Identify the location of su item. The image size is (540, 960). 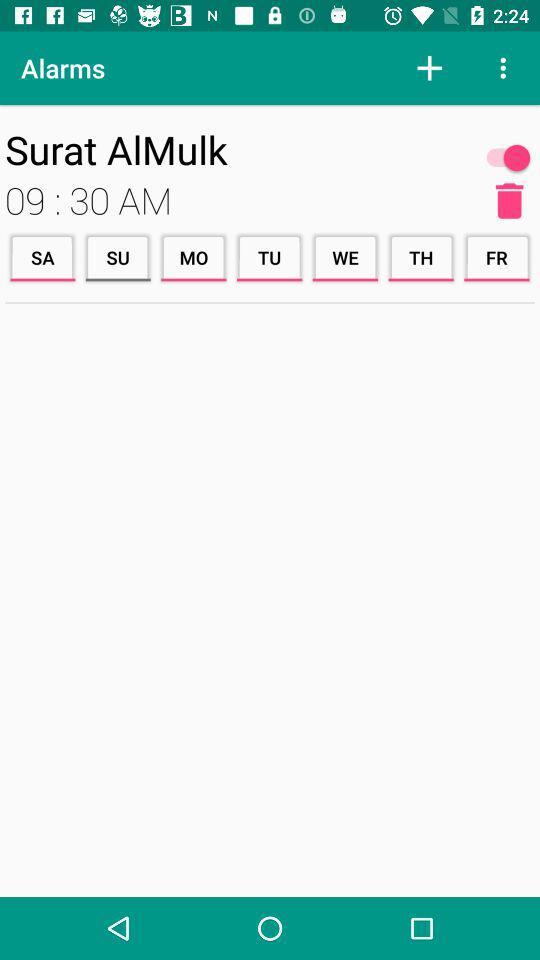
(118, 256).